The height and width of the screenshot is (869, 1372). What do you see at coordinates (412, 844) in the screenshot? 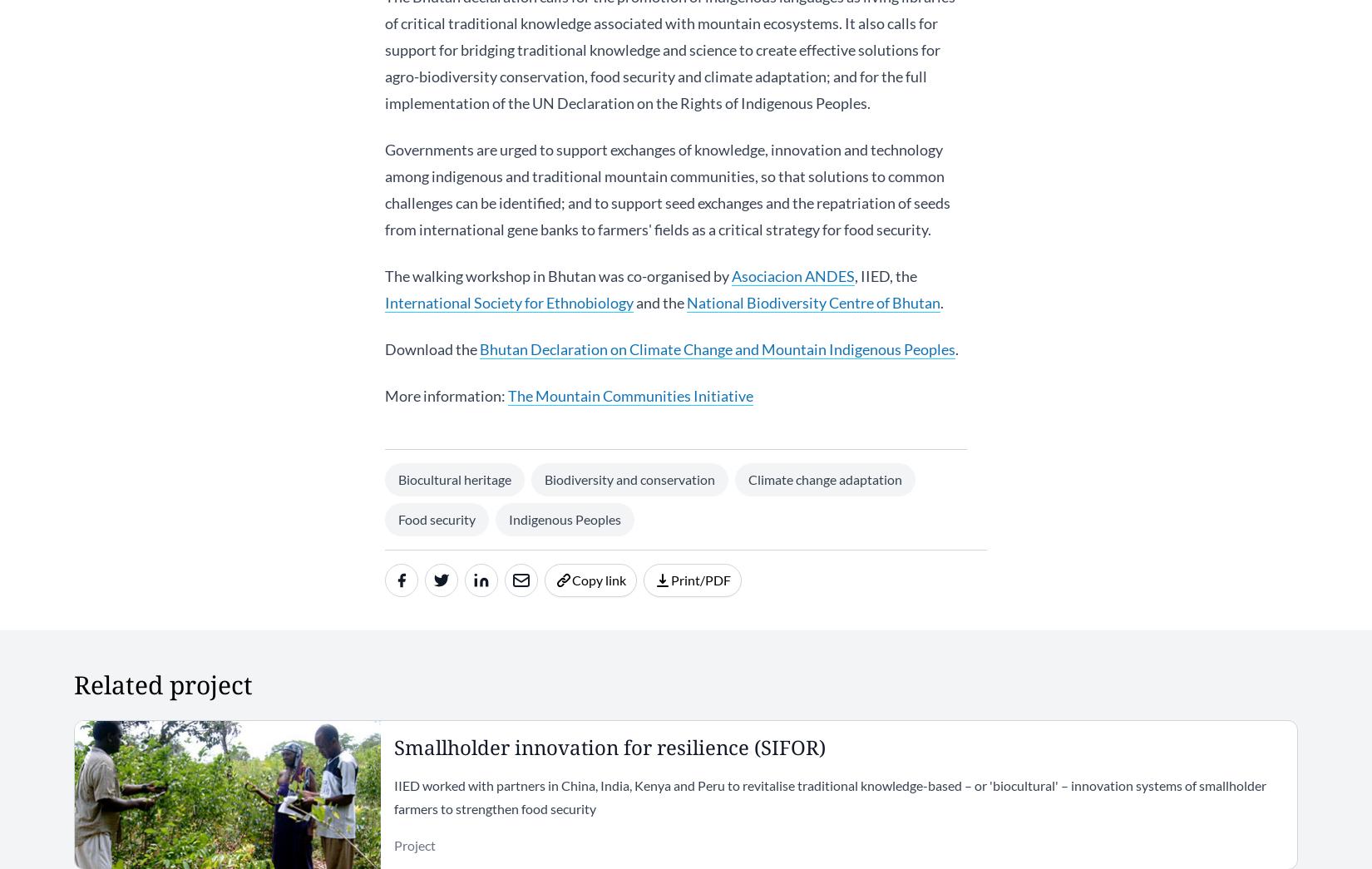
I see `'Project'` at bounding box center [412, 844].